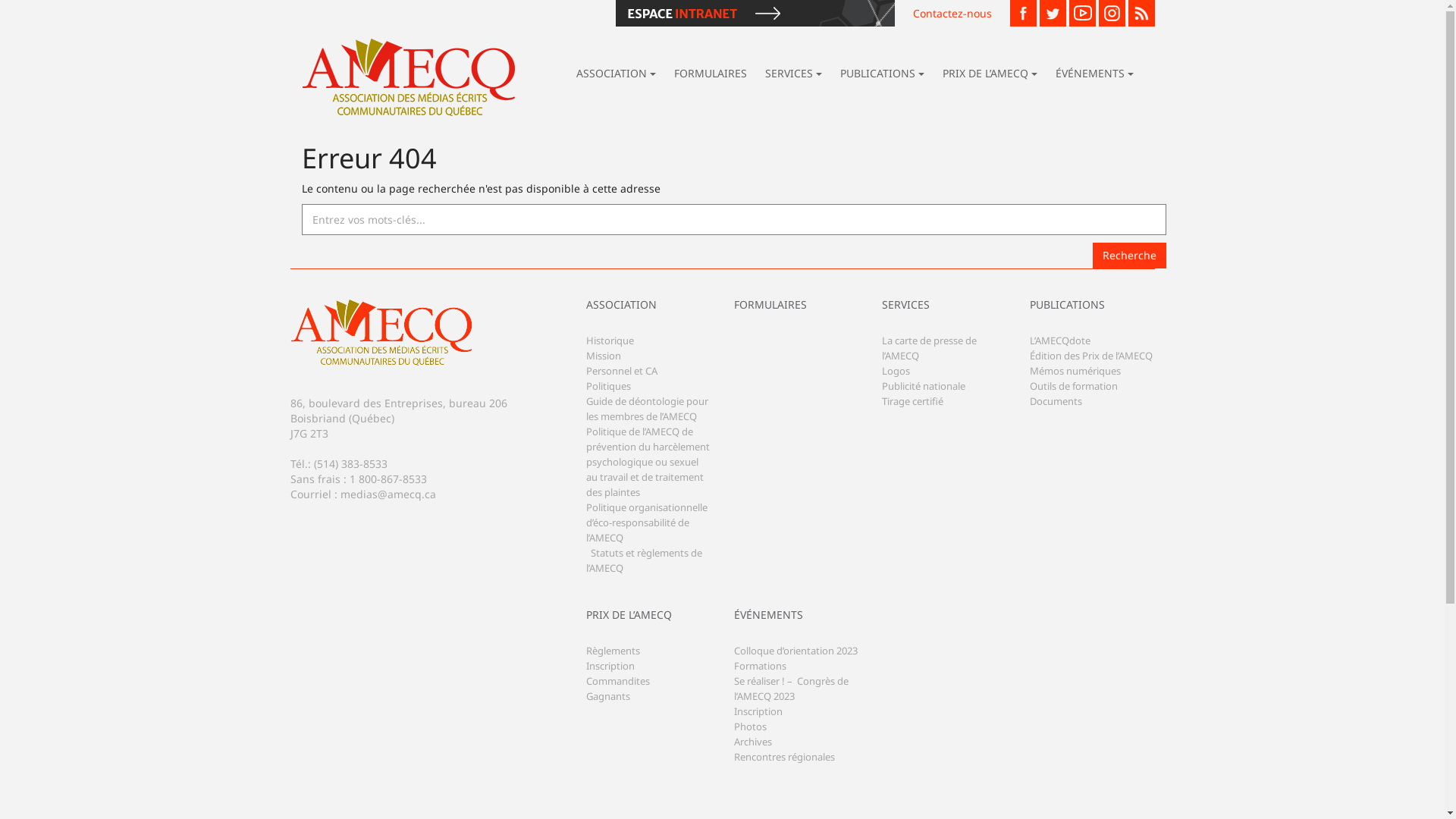 The image size is (1456, 819). I want to click on 'Archives', so click(753, 752).